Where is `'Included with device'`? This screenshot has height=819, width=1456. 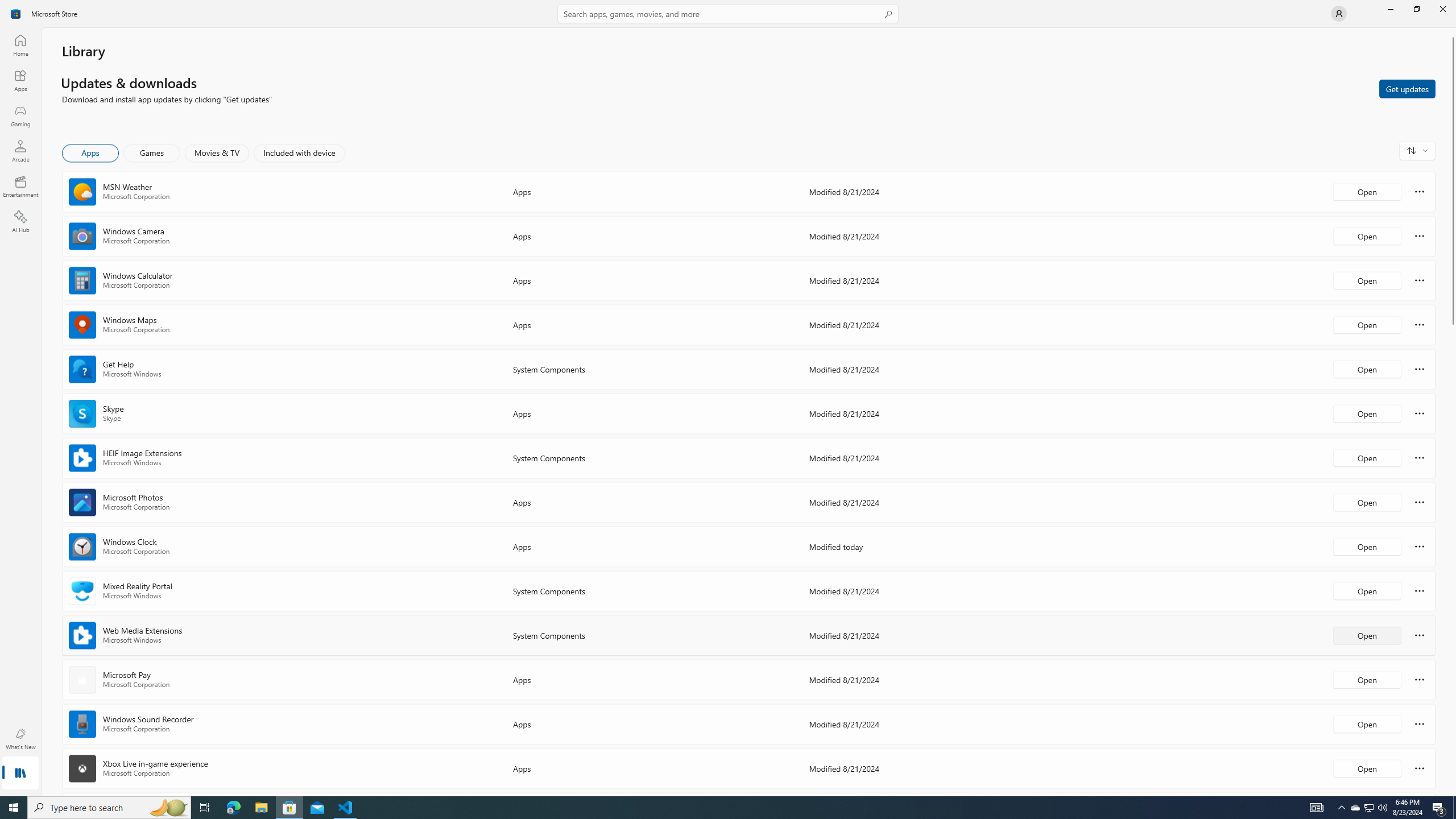
'Included with device' is located at coordinates (299, 152).